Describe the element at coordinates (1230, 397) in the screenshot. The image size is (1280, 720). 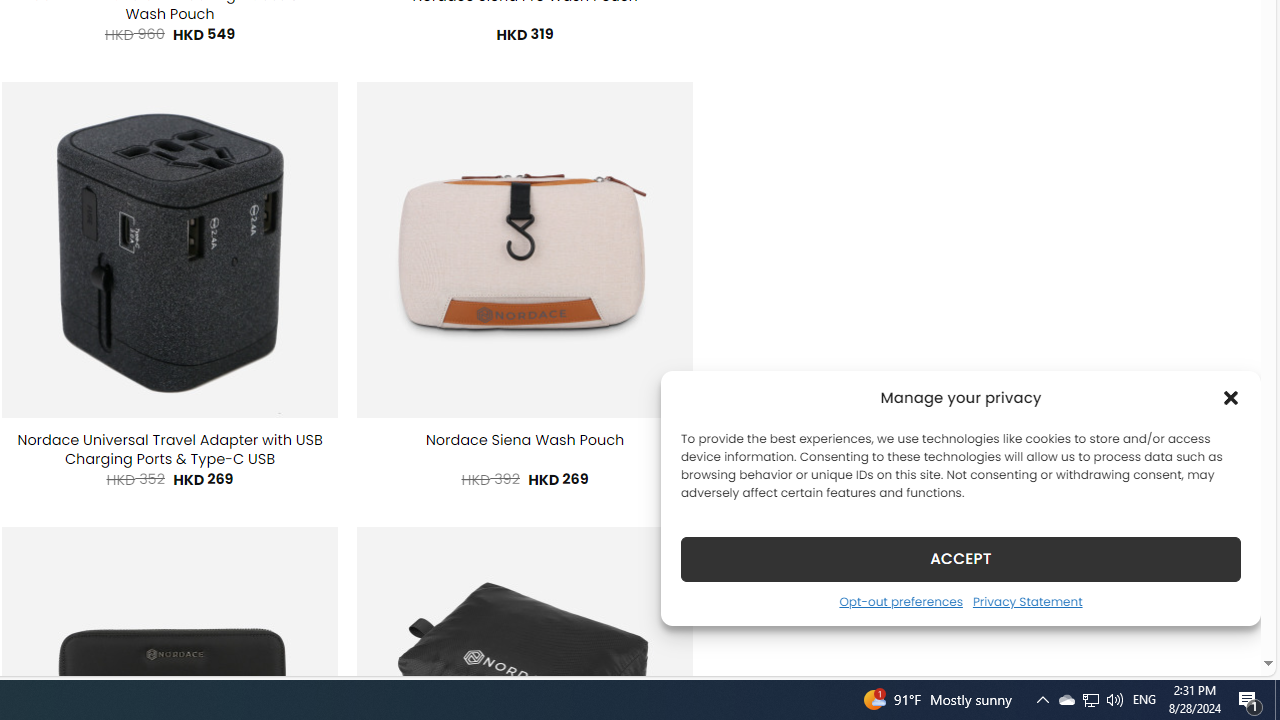
I see `'Class: cmplz-close'` at that location.